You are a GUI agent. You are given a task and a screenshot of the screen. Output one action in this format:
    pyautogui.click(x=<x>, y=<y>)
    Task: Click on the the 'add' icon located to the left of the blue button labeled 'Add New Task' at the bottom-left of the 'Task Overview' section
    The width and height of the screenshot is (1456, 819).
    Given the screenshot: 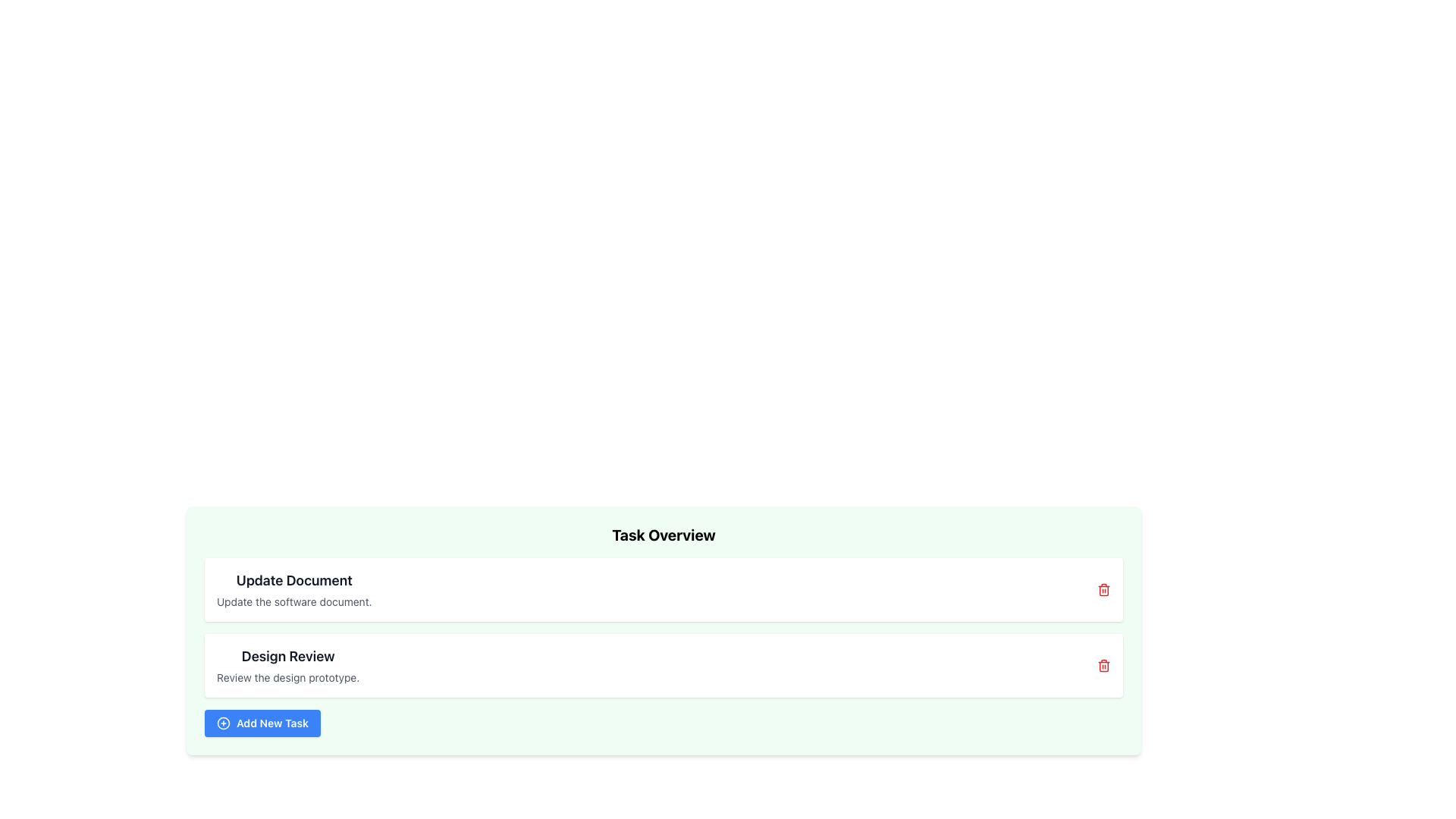 What is the action you would take?
    pyautogui.click(x=222, y=722)
    